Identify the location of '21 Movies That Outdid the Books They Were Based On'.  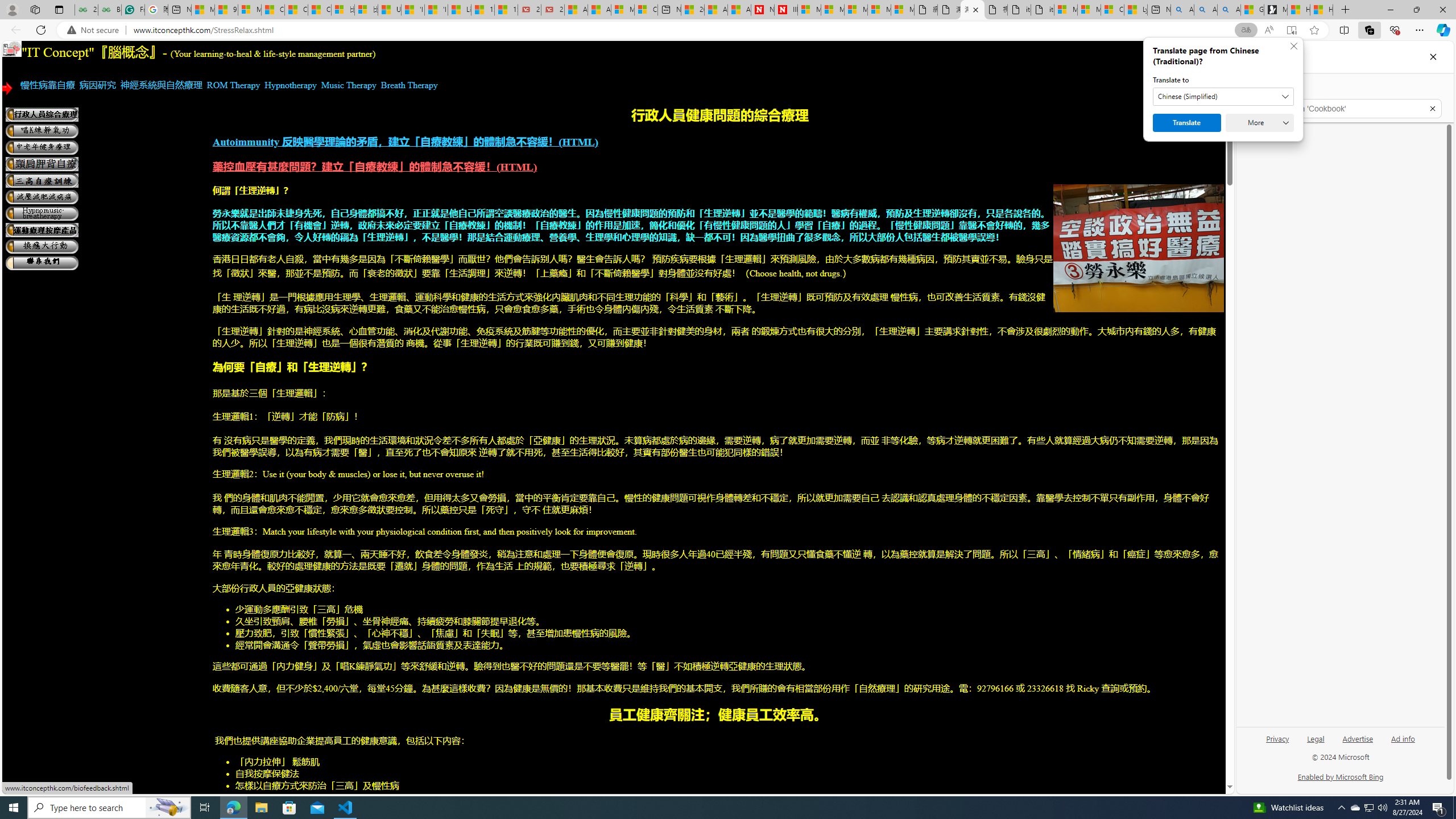
(552, 9).